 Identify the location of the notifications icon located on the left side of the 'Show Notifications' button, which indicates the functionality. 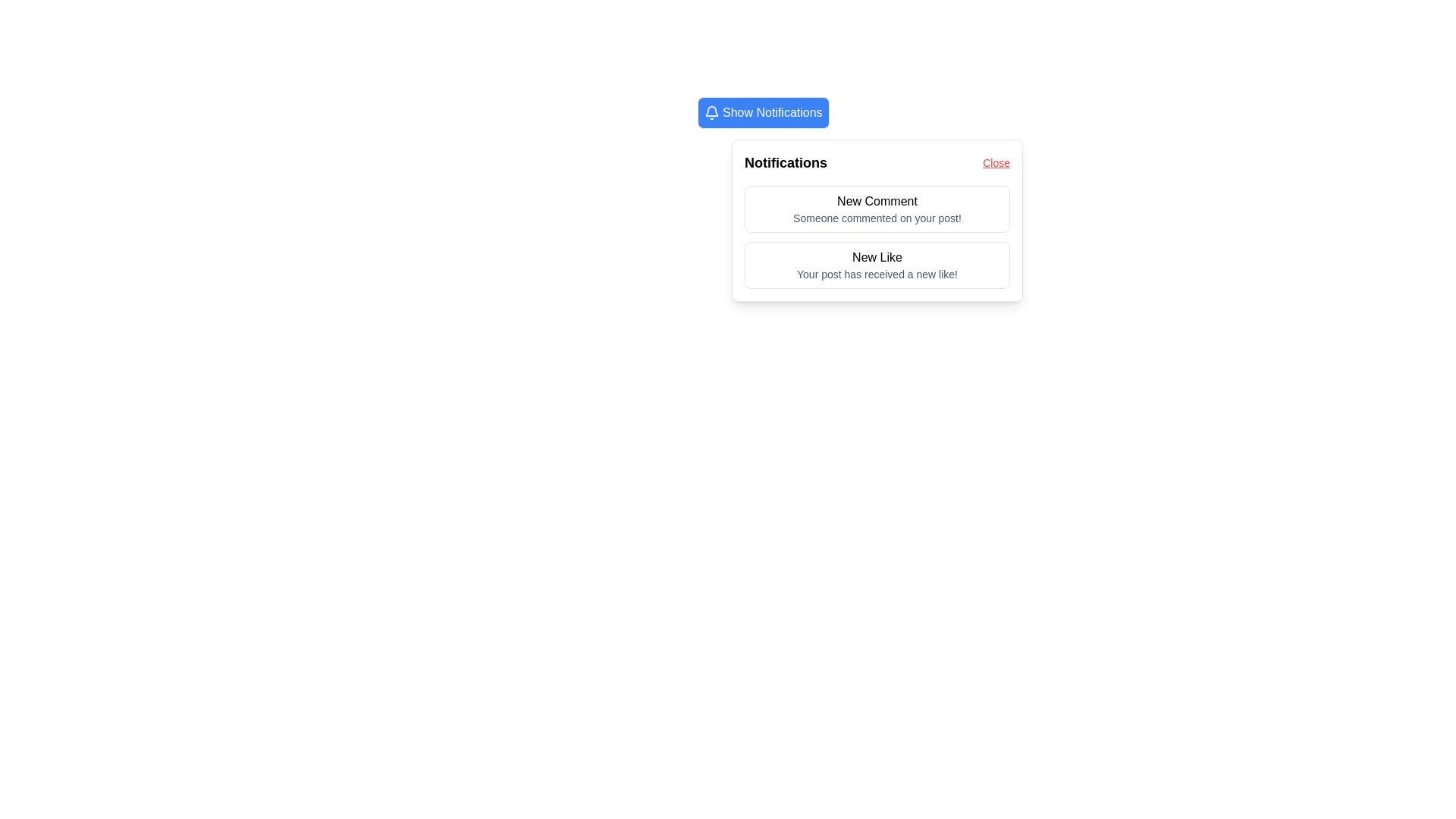
(711, 112).